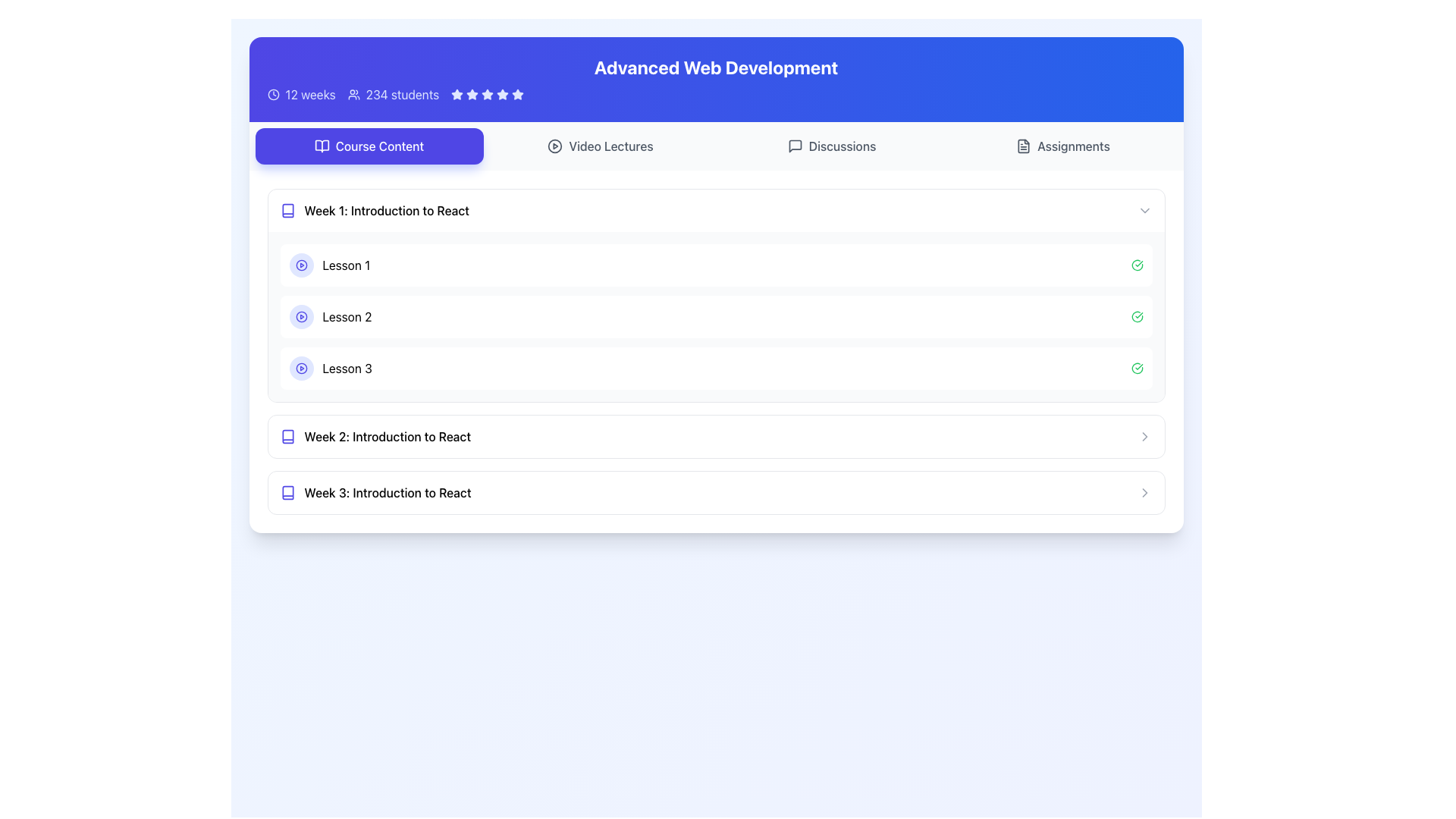  Describe the element at coordinates (287, 210) in the screenshot. I see `the icon located to the direct left of the text element 'Week 1: Introduction to React'` at that location.